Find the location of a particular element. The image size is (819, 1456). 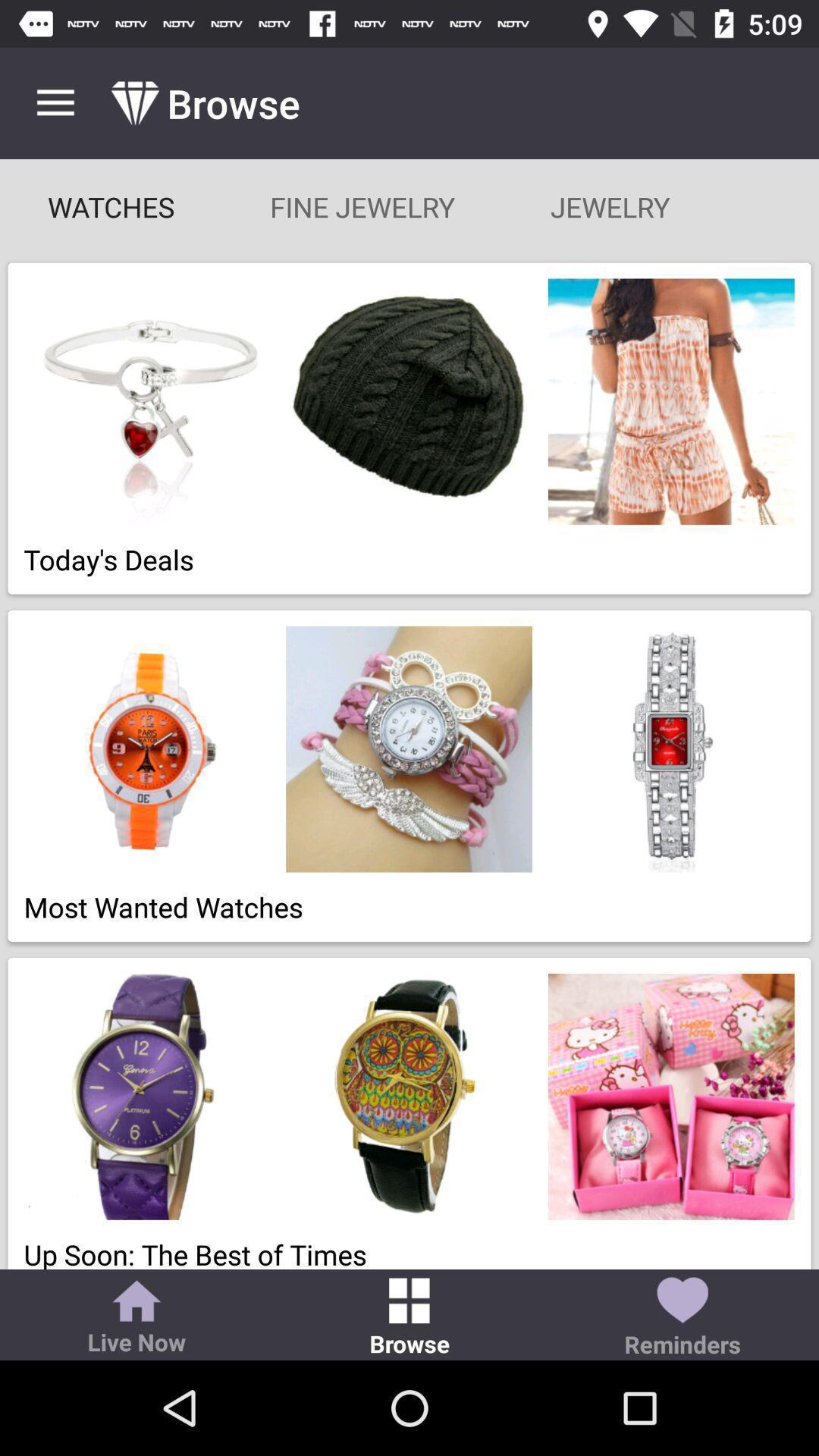

fine jewelry app is located at coordinates (362, 206).